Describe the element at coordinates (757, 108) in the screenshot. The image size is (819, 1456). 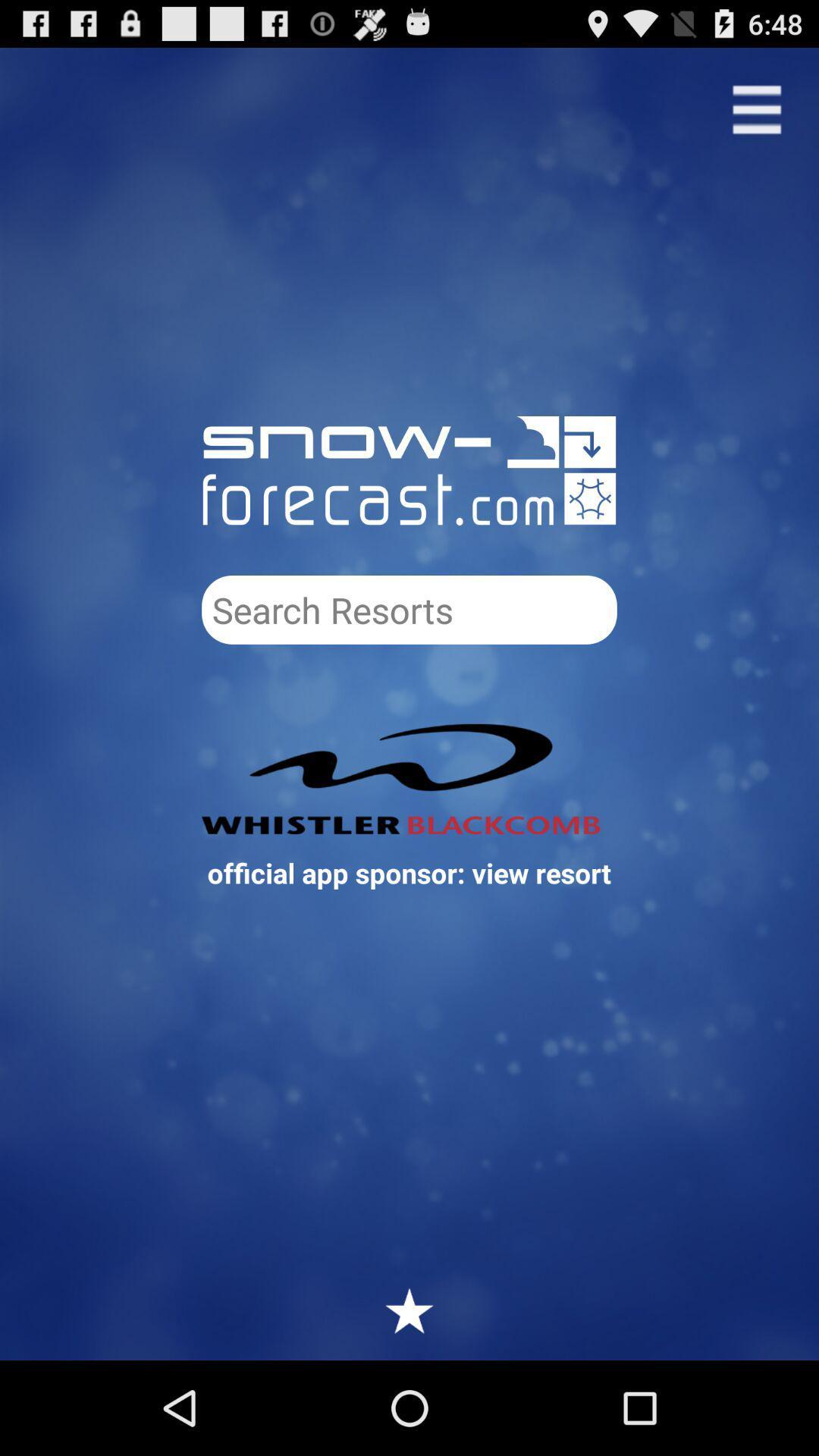
I see `action dots` at that location.